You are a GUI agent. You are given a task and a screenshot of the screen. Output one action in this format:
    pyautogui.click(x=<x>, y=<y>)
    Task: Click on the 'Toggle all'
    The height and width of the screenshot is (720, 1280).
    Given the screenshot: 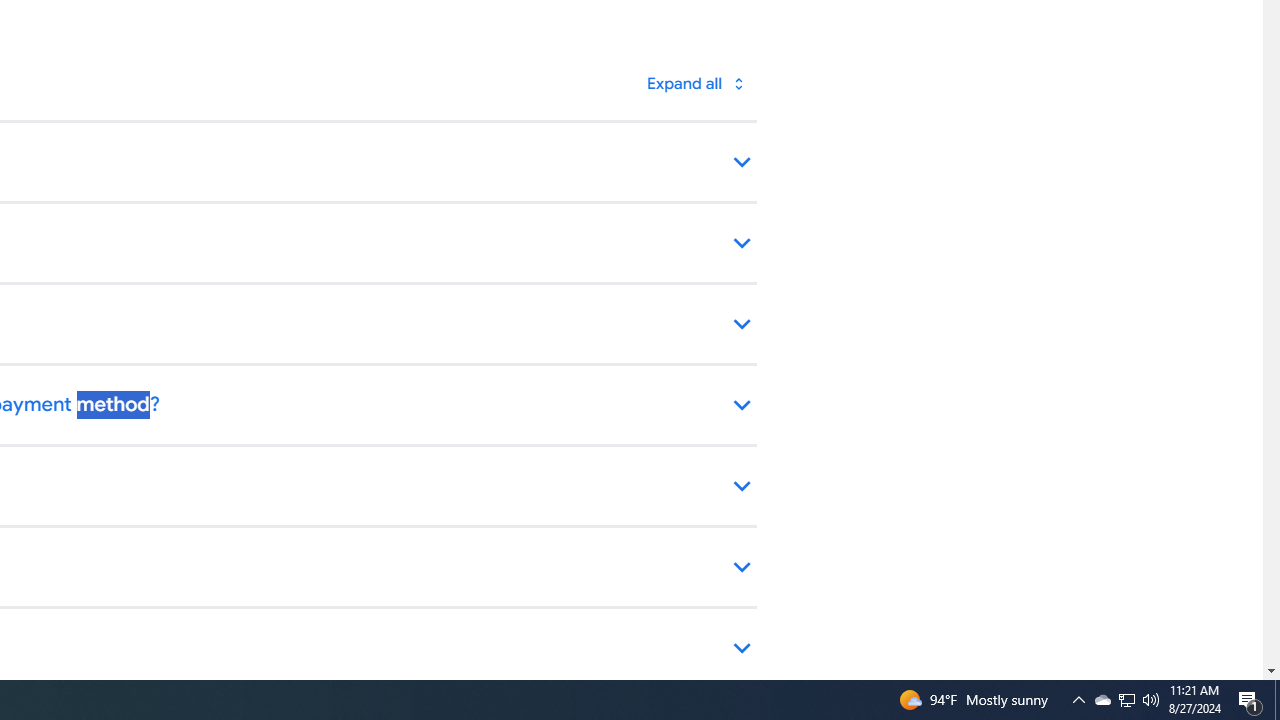 What is the action you would take?
    pyautogui.click(x=695, y=82)
    